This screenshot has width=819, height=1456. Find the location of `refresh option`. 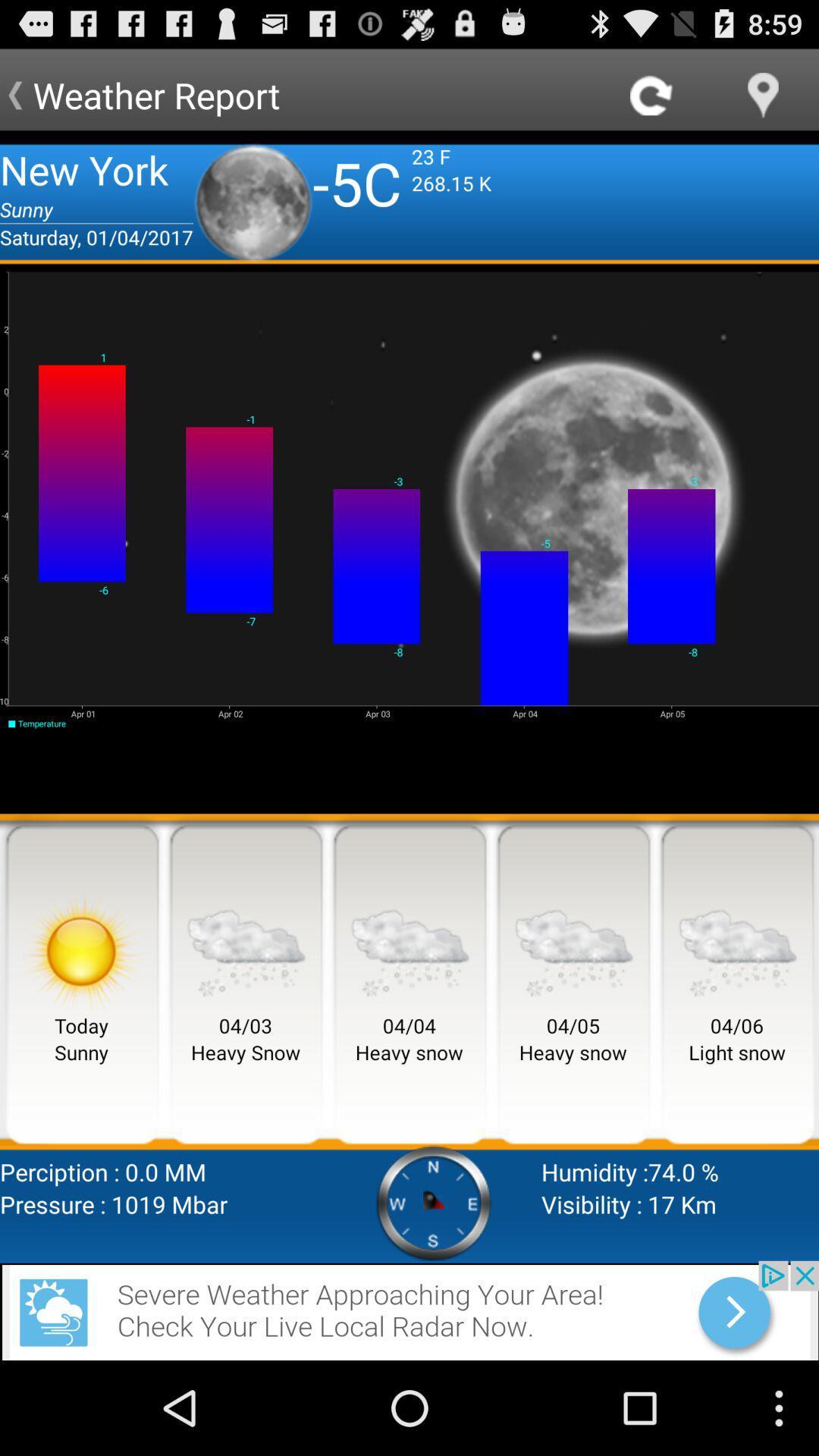

refresh option is located at coordinates (651, 94).